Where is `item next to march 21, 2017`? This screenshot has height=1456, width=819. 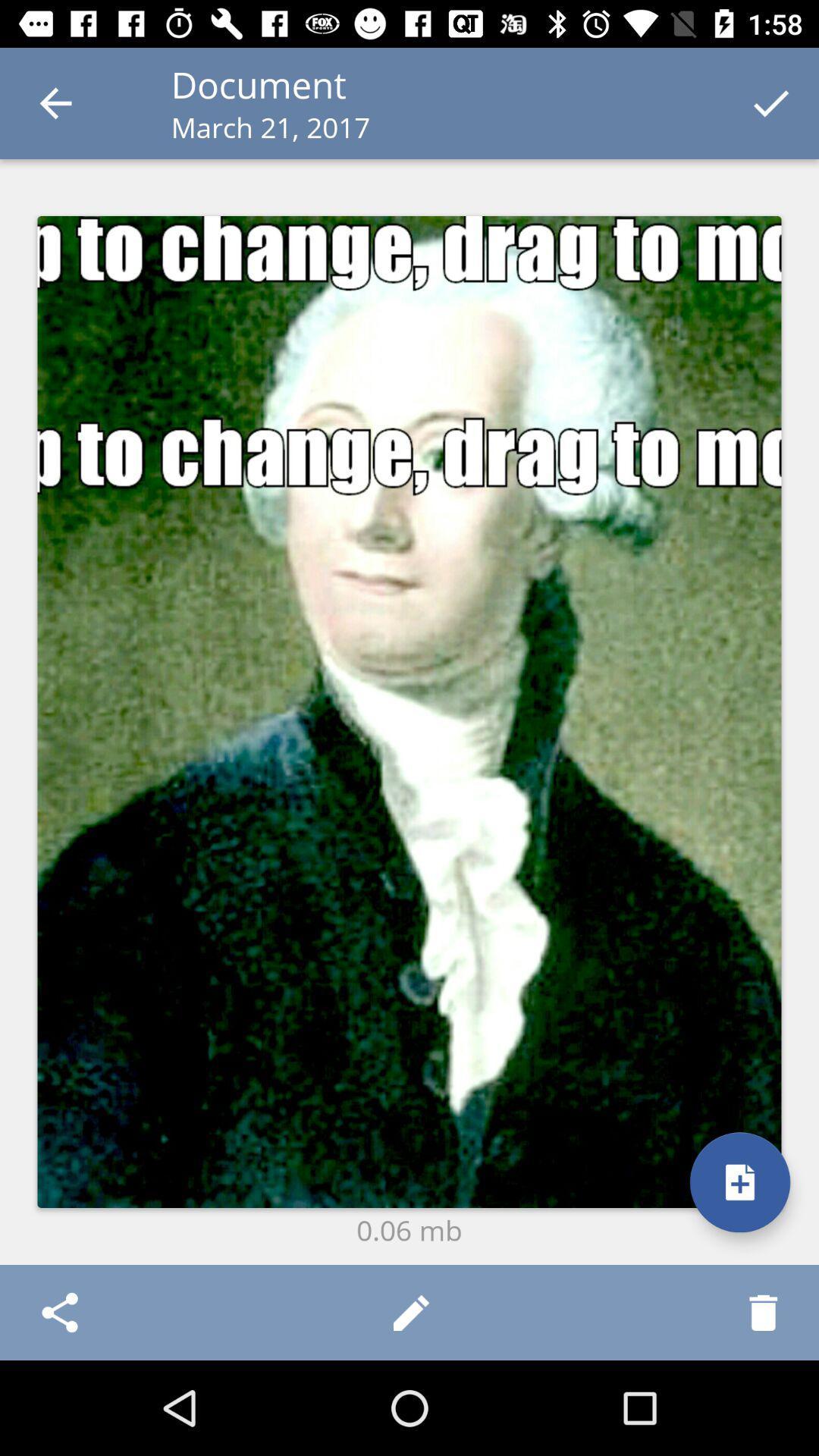
item next to march 21, 2017 is located at coordinates (771, 102).